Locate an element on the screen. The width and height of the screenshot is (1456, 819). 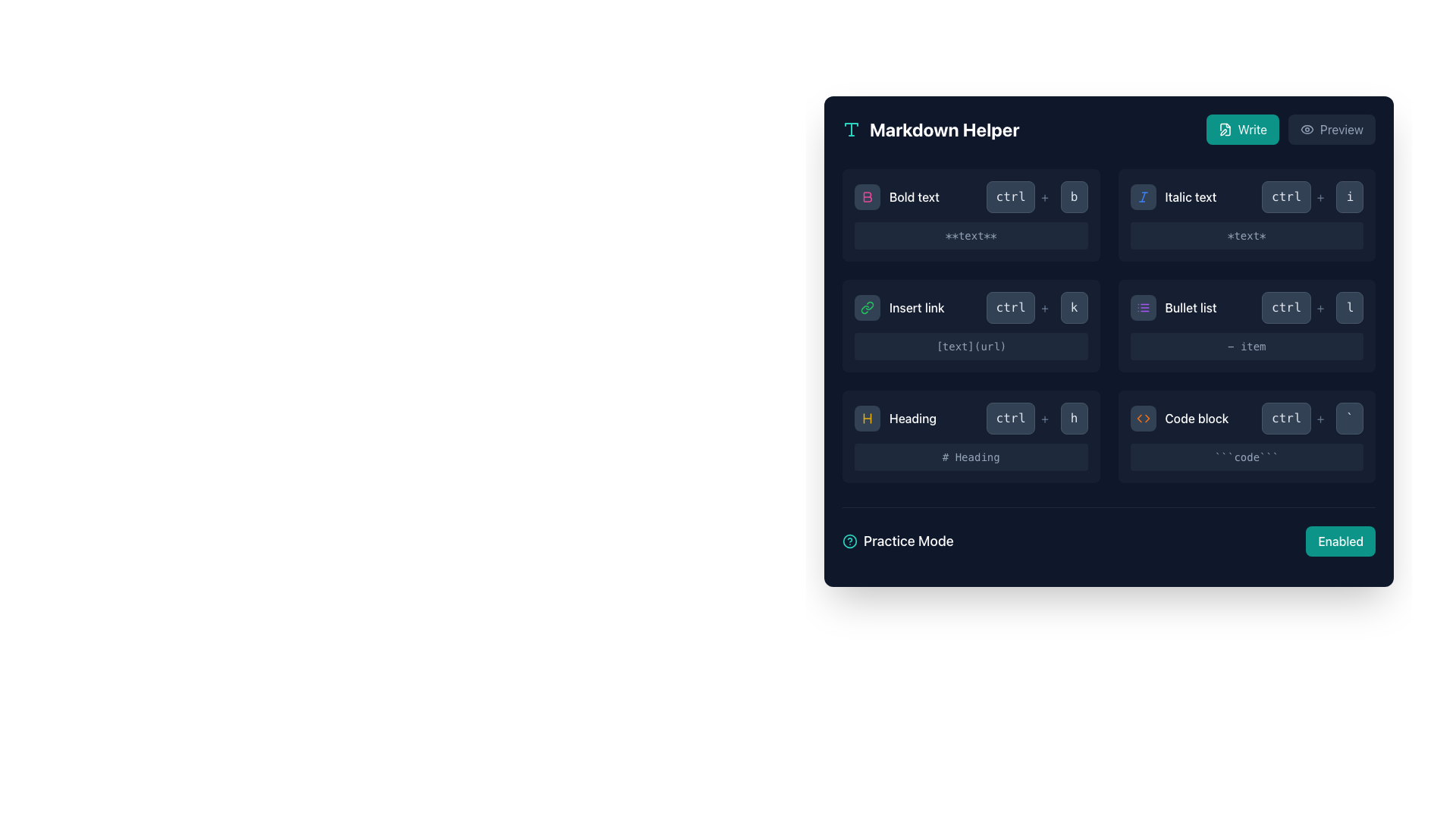
the italic formatting button located in the top-right corner of the grid layout is located at coordinates (1143, 196).